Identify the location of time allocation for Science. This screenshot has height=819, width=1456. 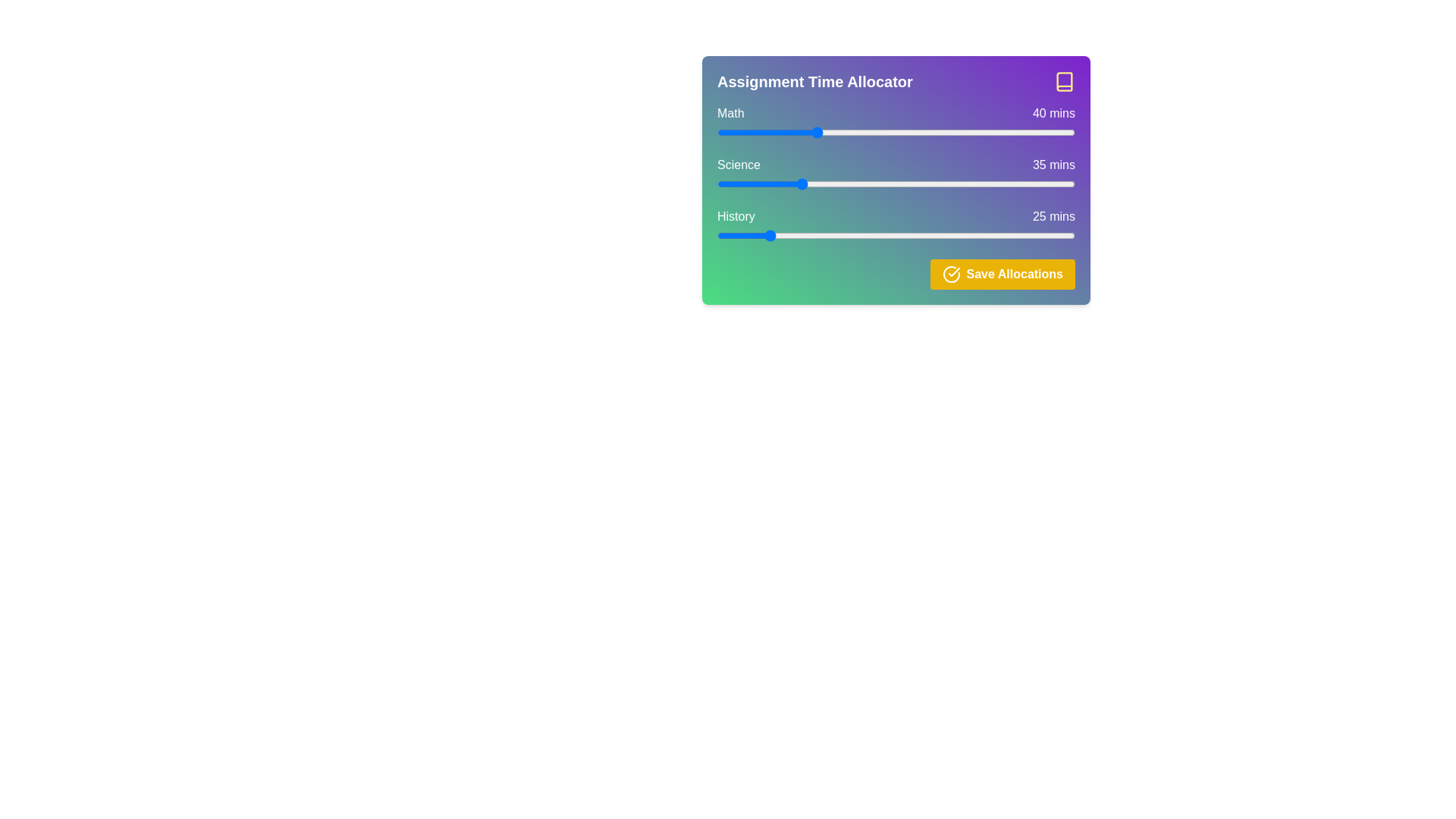
(740, 184).